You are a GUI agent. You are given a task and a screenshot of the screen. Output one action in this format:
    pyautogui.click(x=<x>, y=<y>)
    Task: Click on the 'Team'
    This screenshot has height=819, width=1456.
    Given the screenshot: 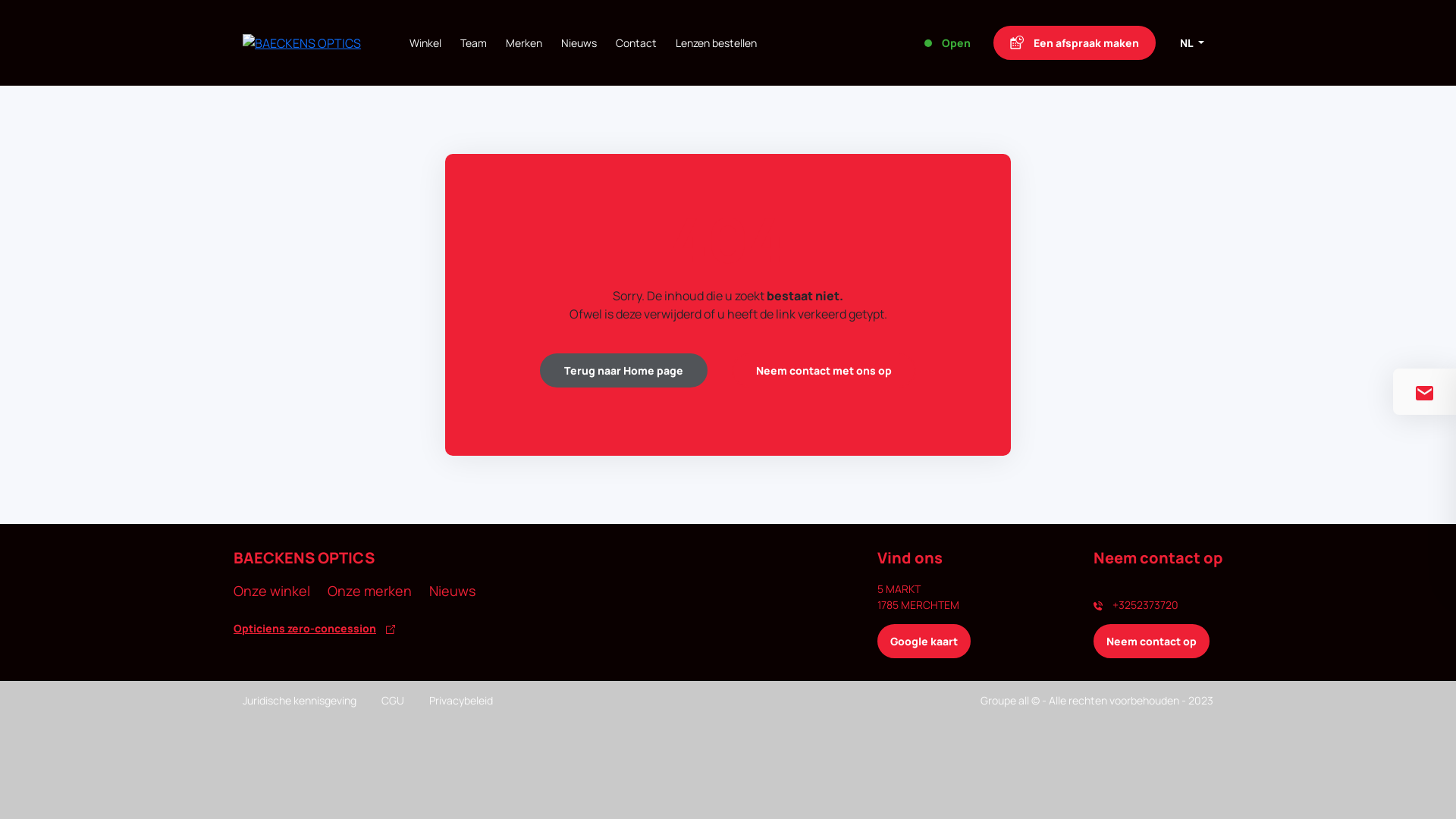 What is the action you would take?
    pyautogui.click(x=472, y=42)
    